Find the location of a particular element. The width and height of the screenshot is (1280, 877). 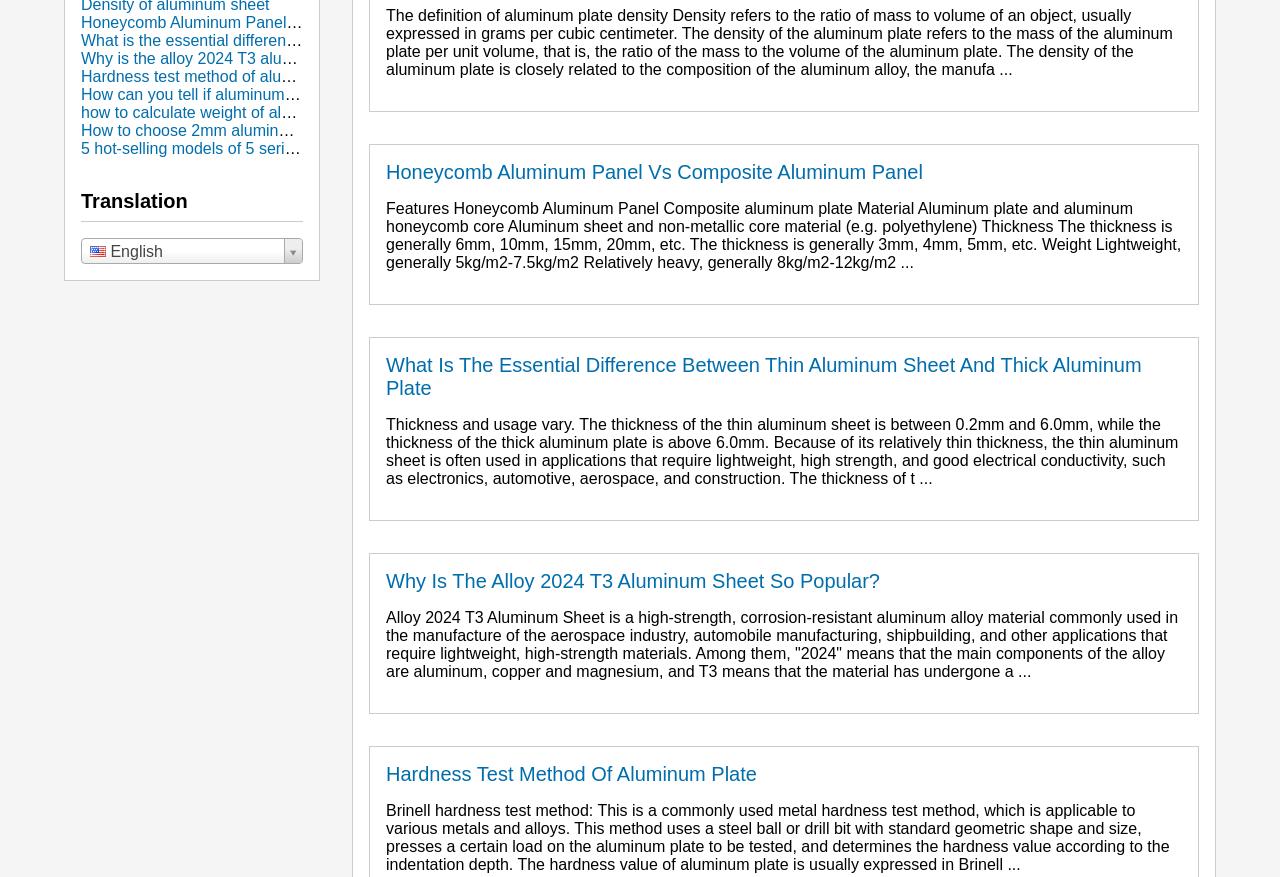

'The definition of aluminum plate density
Density refers to the ratio of mass to volume of an object, usually expressed in grams per cubic centimeter. The density of the aluminum plate refers to the mass of the aluminum plate per unit volume, that is, the ratio of the mass to the volume of the aluminum plate. The density of the aluminum plate is closely related to the composition of the aluminum alloy, the manufa ...' is located at coordinates (386, 41).